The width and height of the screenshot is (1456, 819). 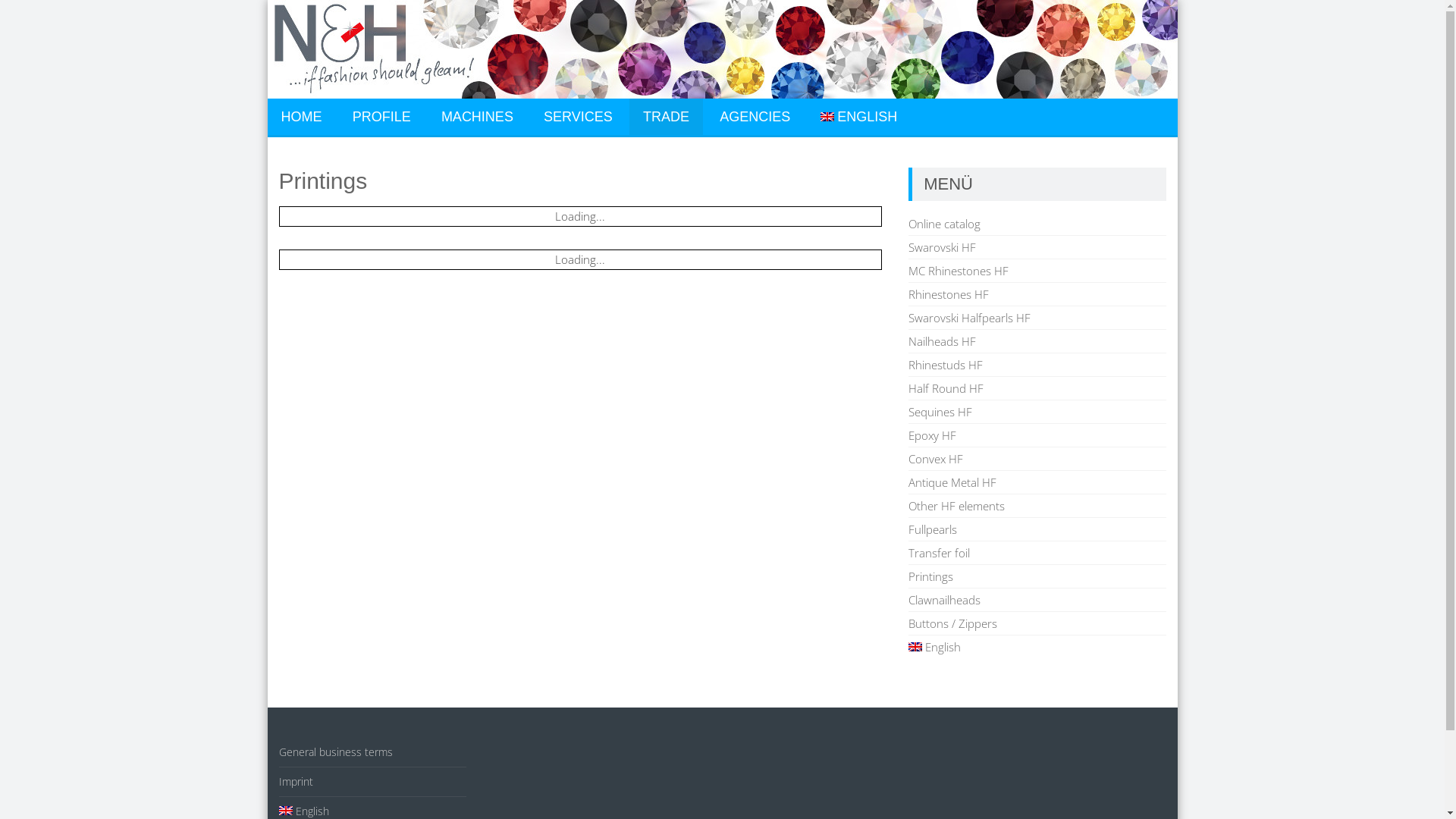 I want to click on 'English', so click(x=303, y=810).